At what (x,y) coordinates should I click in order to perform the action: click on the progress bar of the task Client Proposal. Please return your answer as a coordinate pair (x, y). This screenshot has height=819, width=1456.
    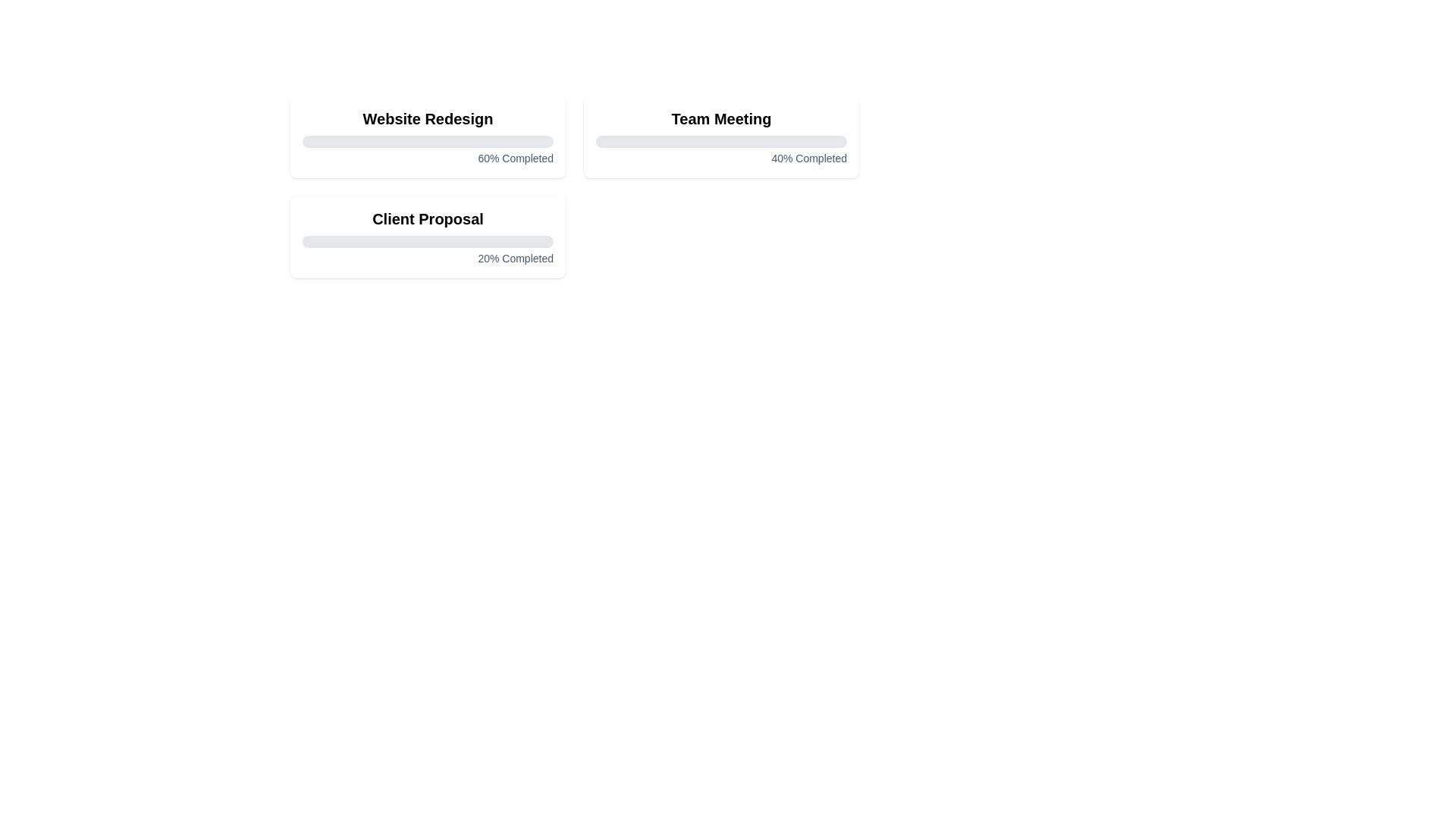
    Looking at the image, I should click on (427, 241).